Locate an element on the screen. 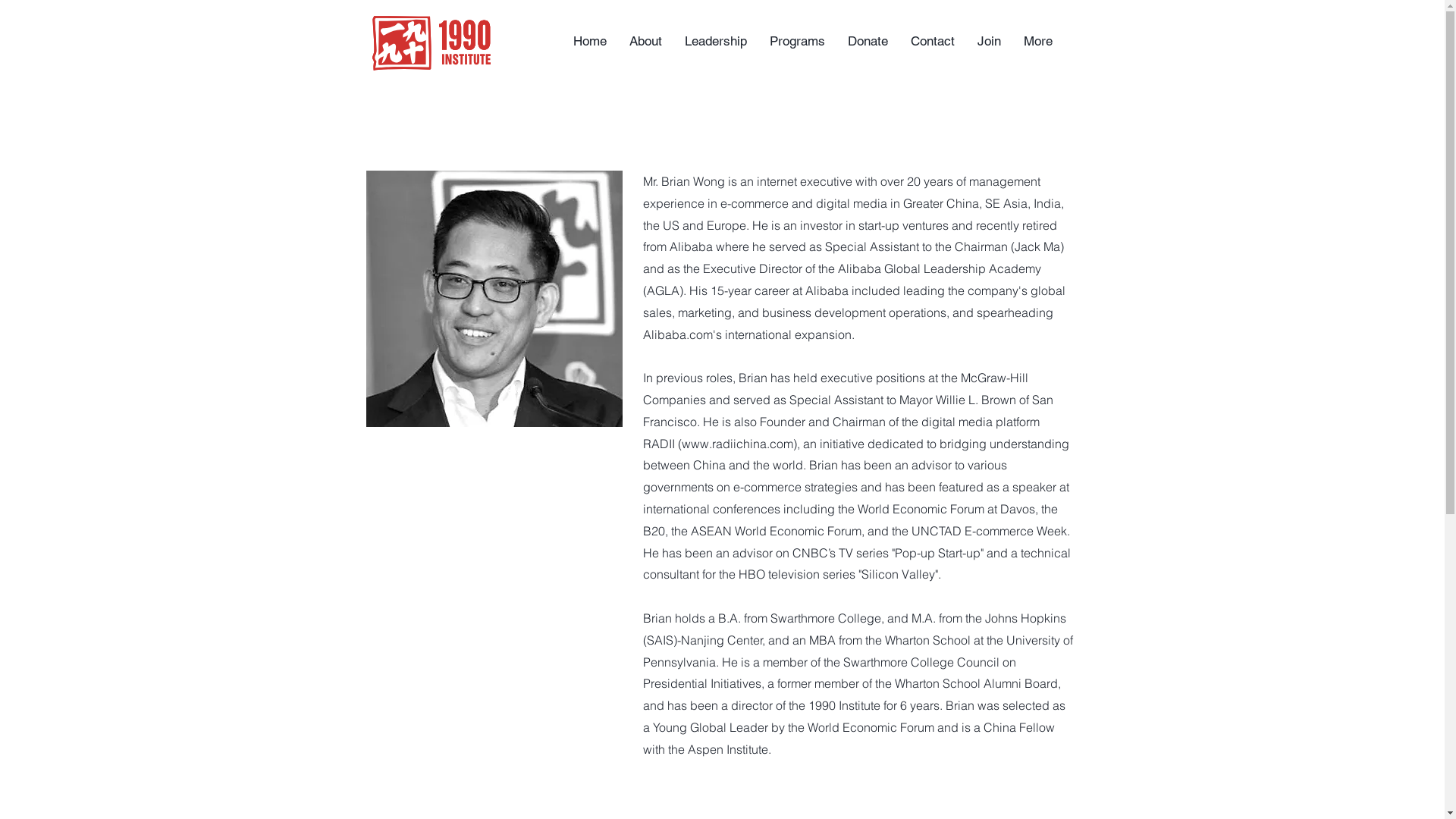 This screenshot has width=1456, height=819. 'Home' is located at coordinates (588, 40).